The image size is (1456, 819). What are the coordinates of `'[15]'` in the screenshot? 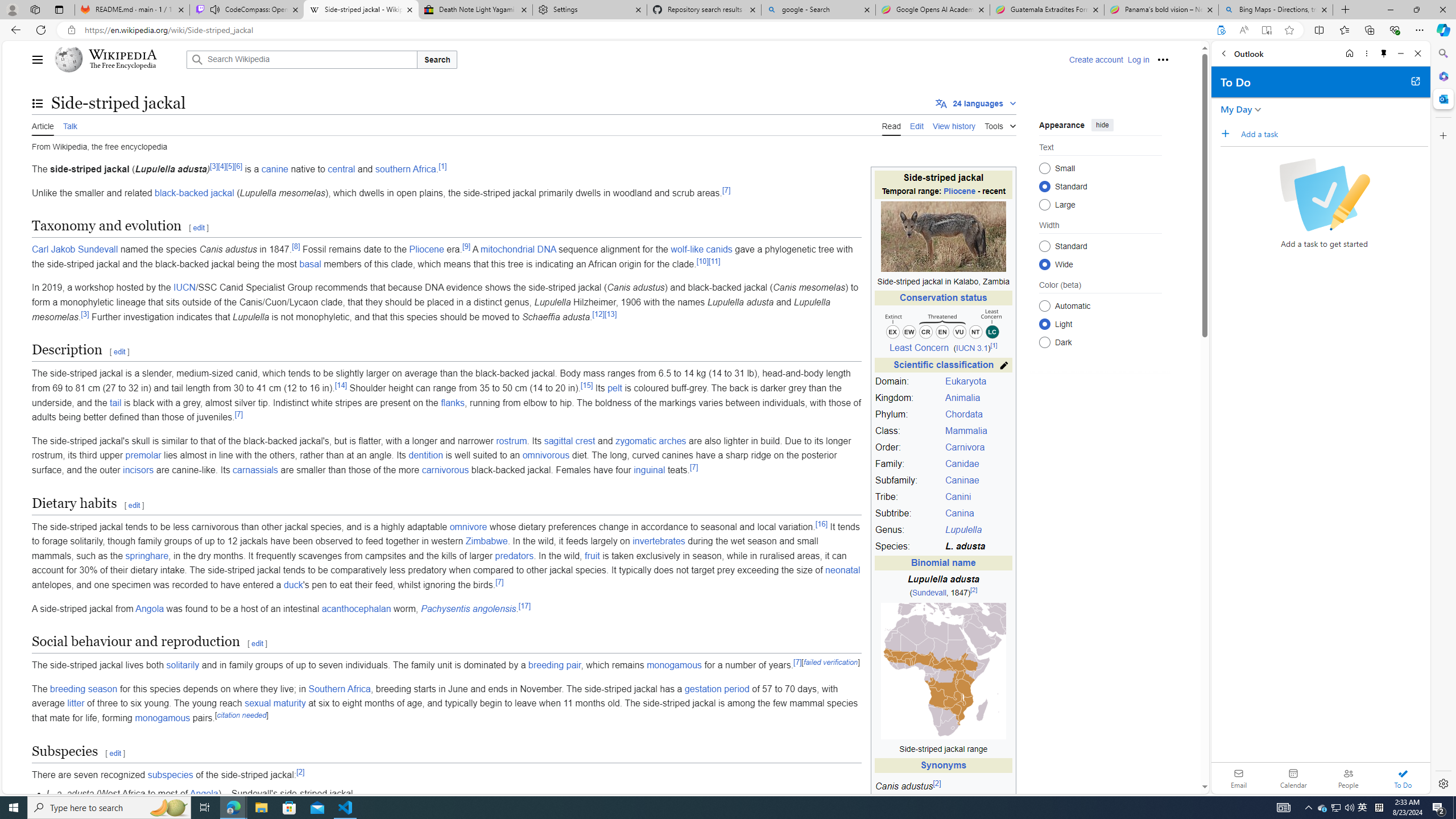 It's located at (586, 385).